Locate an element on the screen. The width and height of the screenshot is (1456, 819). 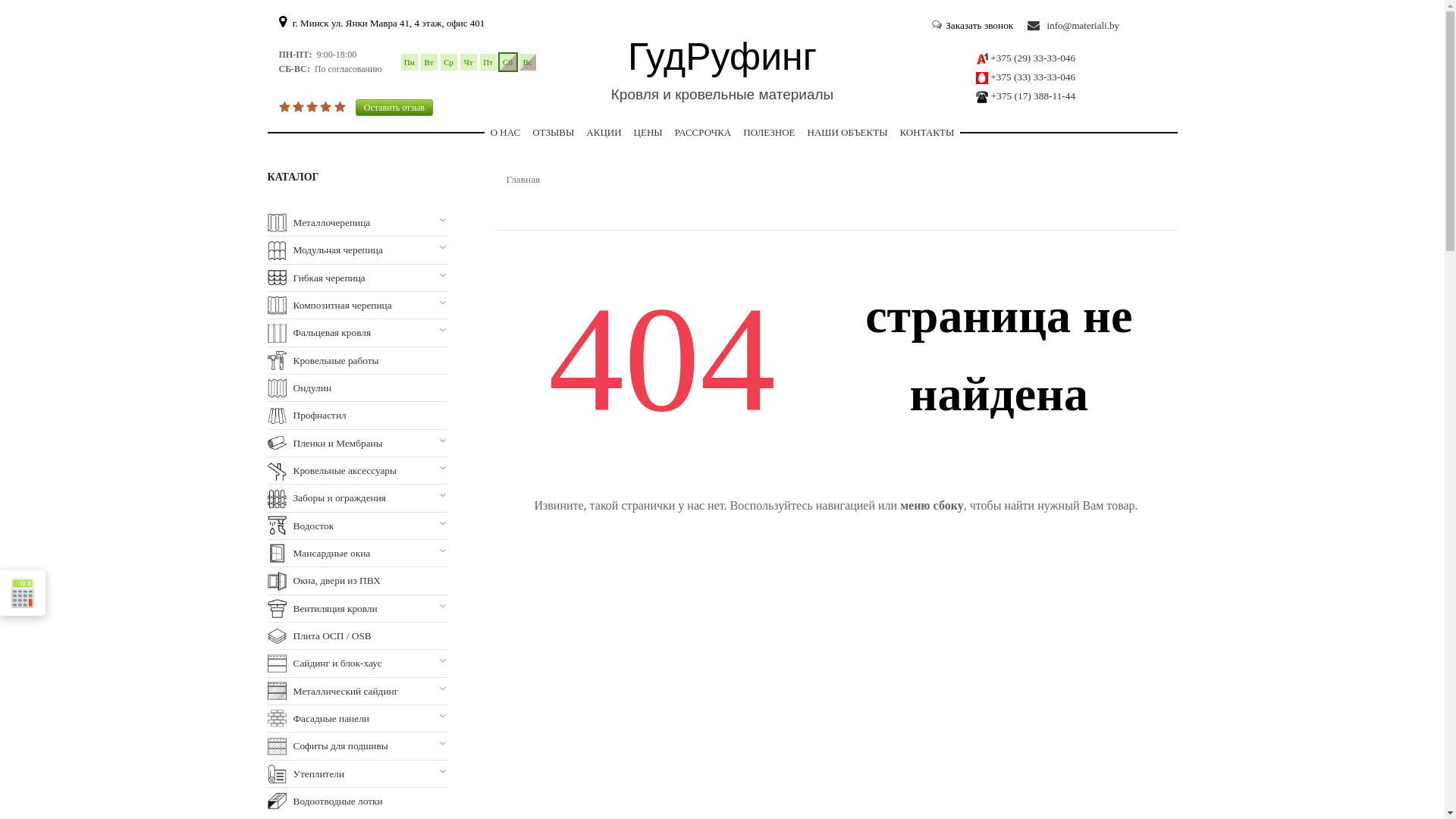
'+375 (33) 33-33-046' is located at coordinates (1032, 77).